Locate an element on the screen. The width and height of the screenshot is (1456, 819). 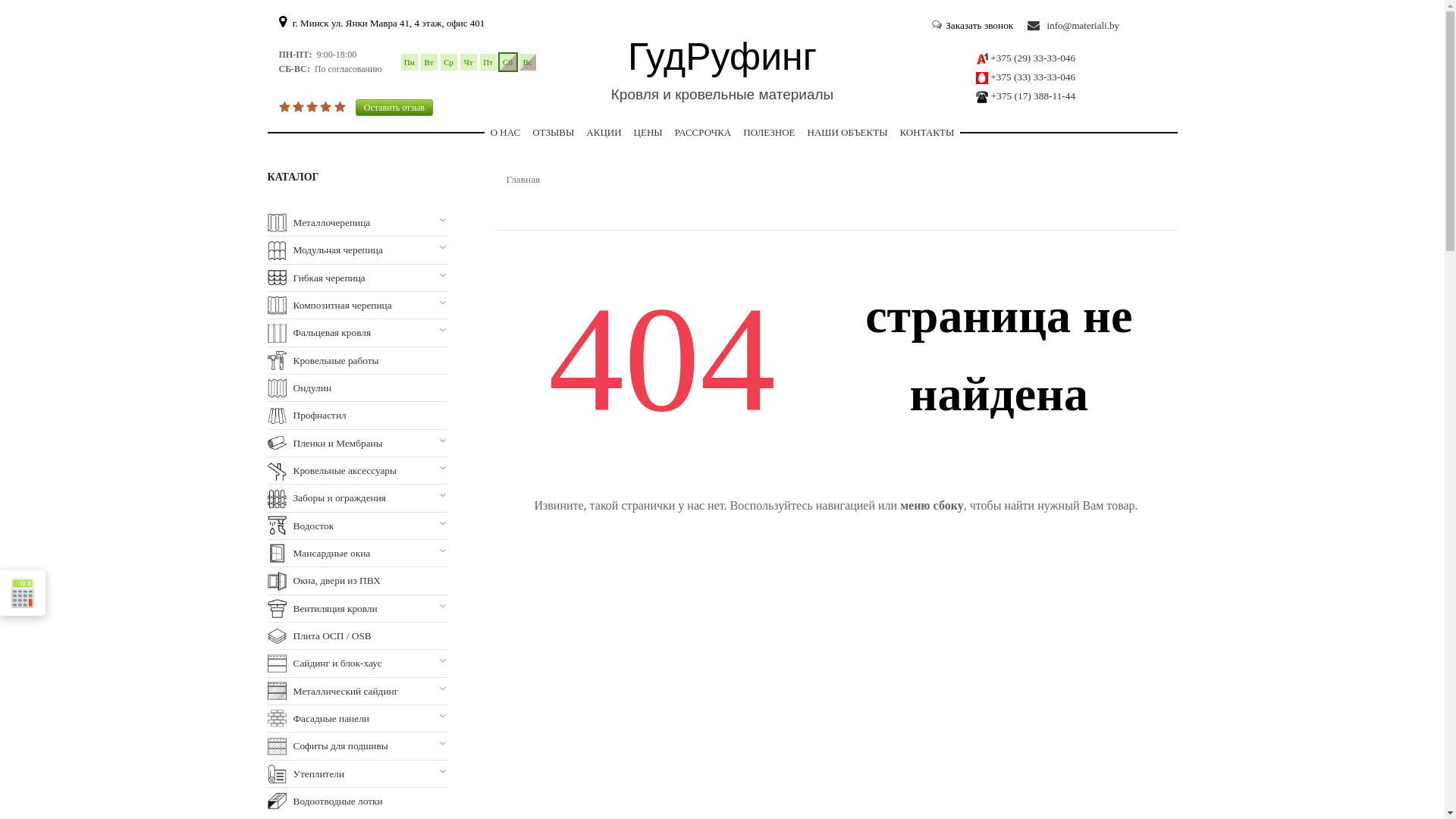
'+375 (33) 33-33-046' is located at coordinates (1032, 77).